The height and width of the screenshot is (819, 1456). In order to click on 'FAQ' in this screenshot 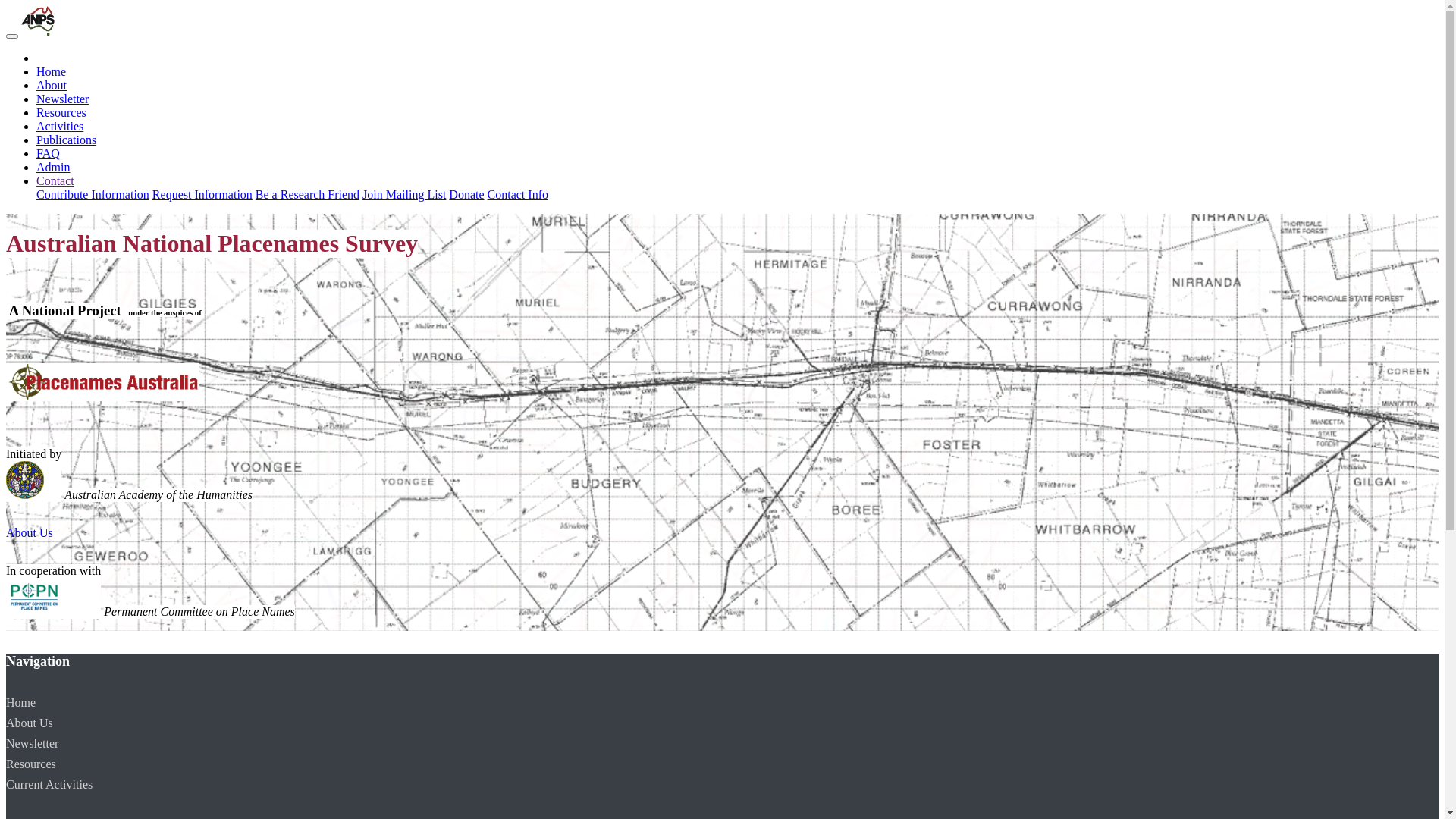, I will do `click(48, 153)`.